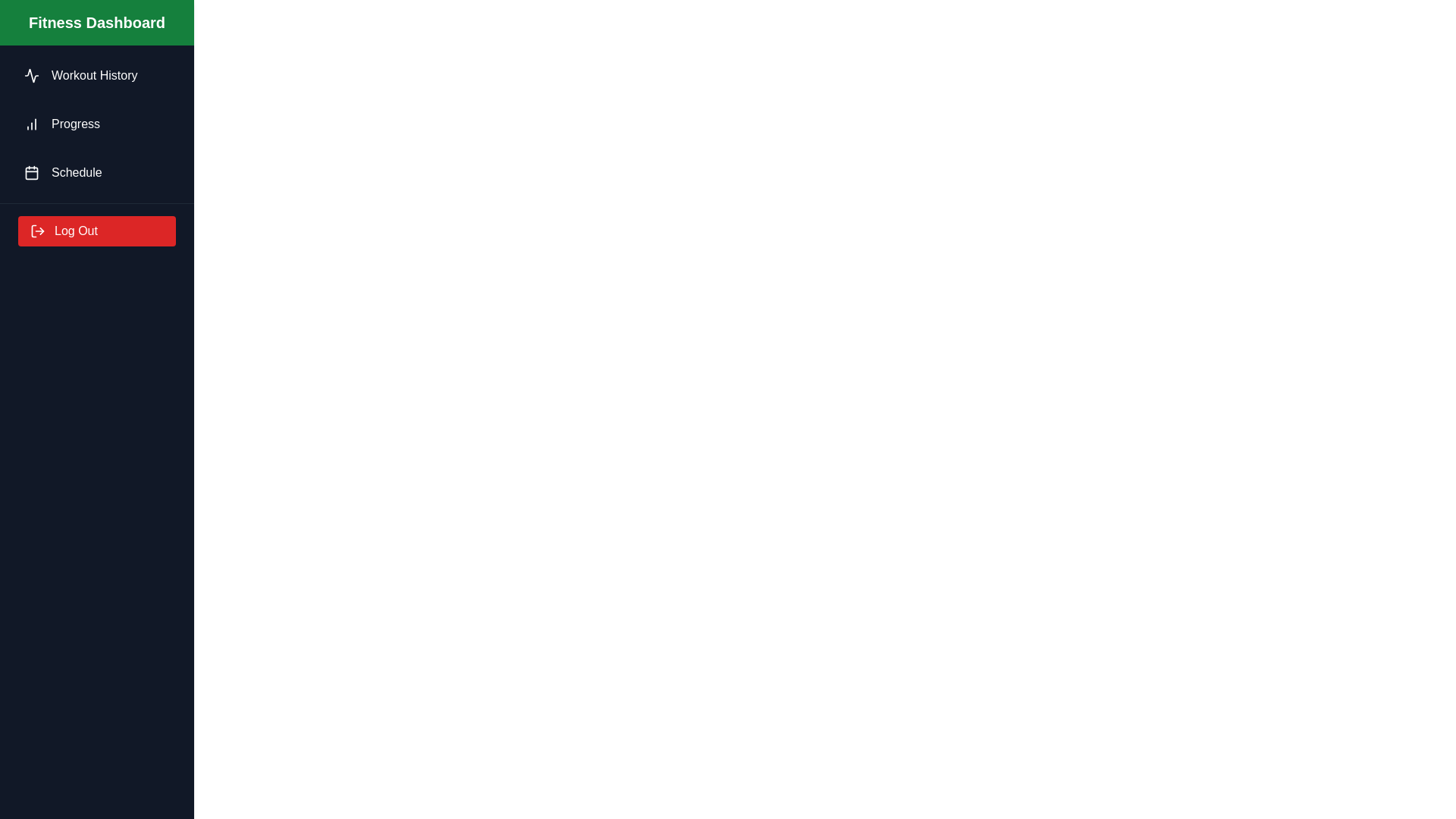 This screenshot has width=1456, height=819. What do you see at coordinates (96, 76) in the screenshot?
I see `the first item in the sidebar navigation menu` at bounding box center [96, 76].